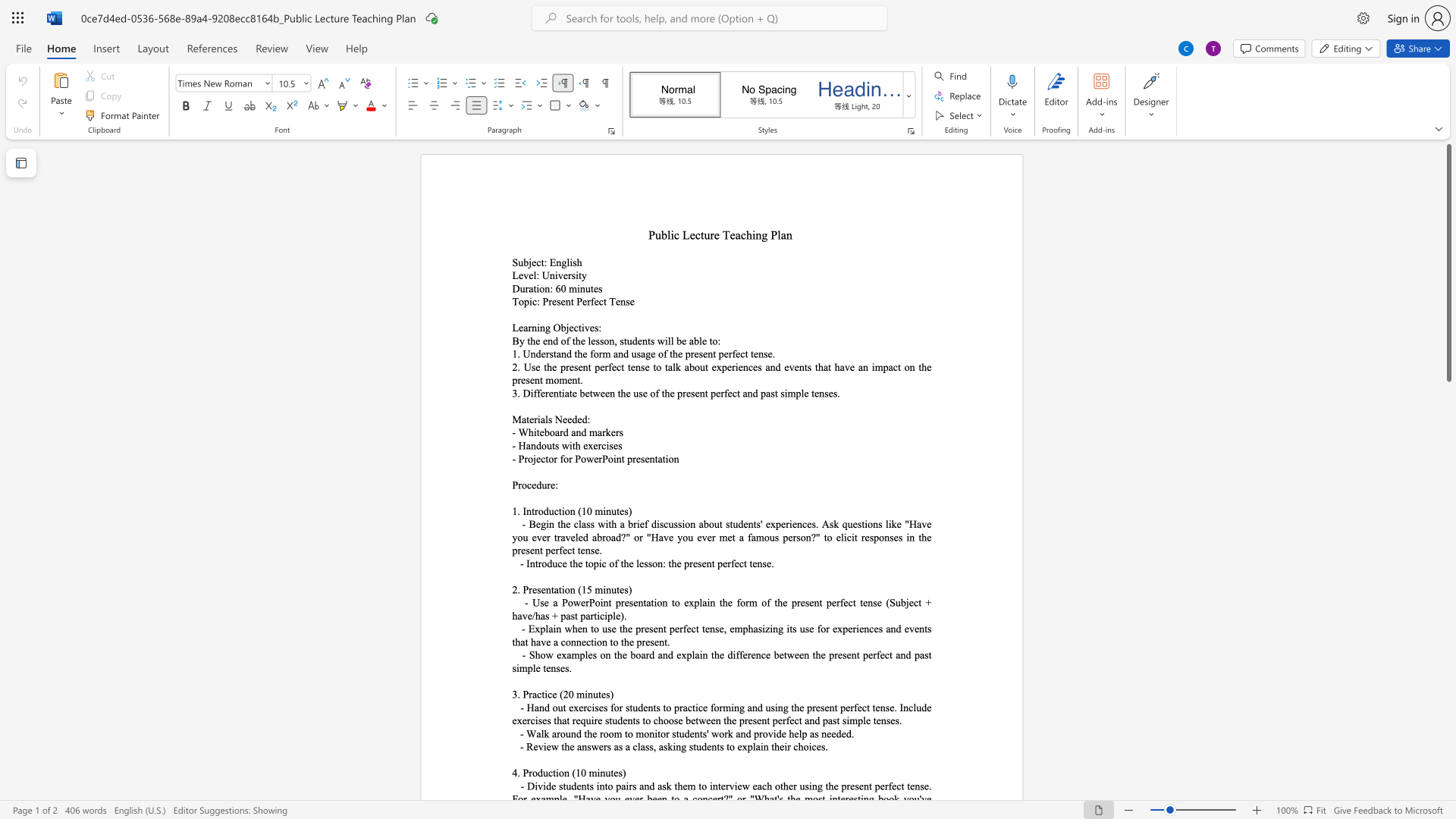 The image size is (1456, 819). What do you see at coordinates (601, 444) in the screenshot?
I see `the space between the continuous character "r" and "c" in the text` at bounding box center [601, 444].